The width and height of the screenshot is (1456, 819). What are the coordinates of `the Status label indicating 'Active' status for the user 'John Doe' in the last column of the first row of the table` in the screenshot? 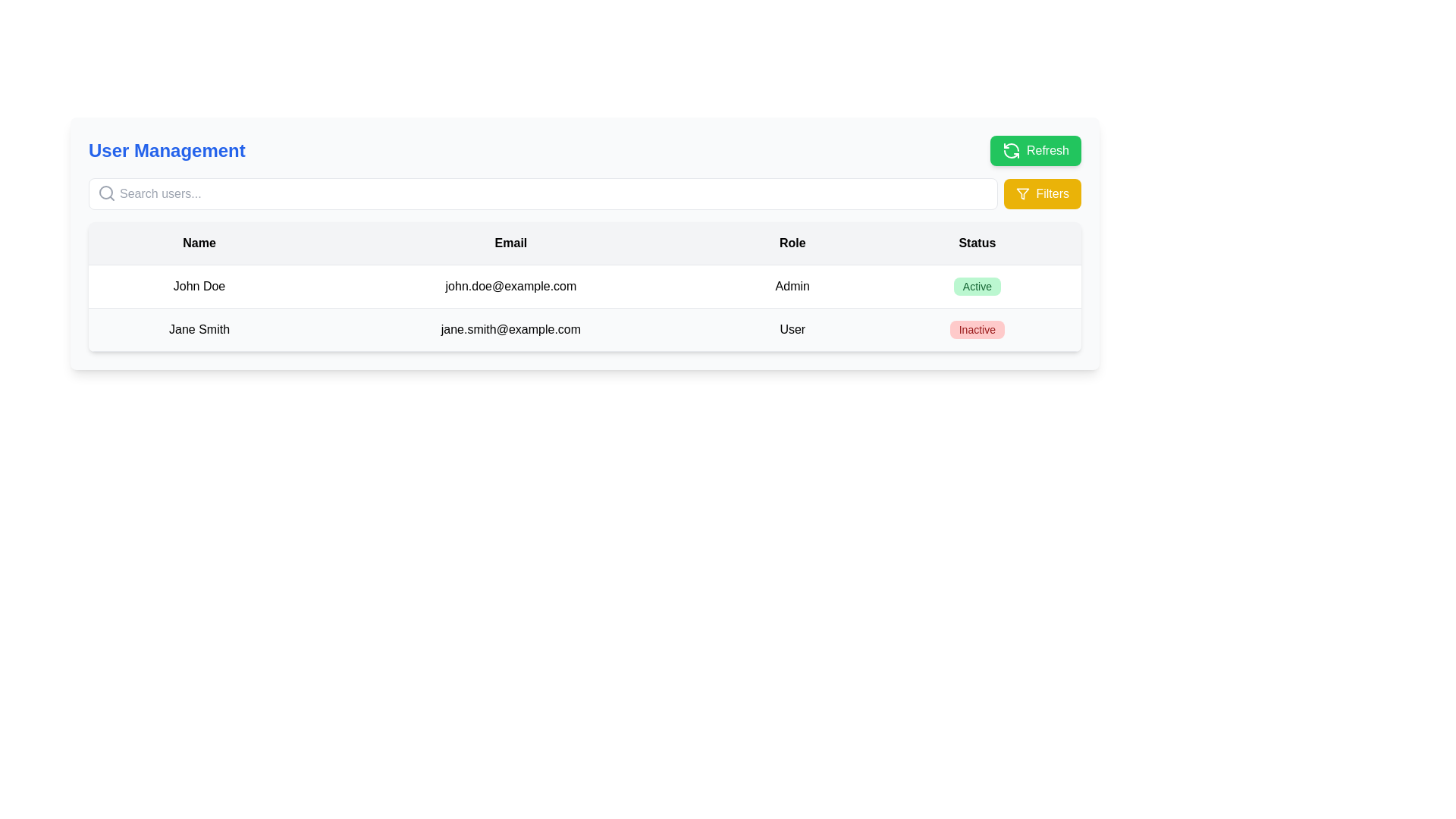 It's located at (977, 287).